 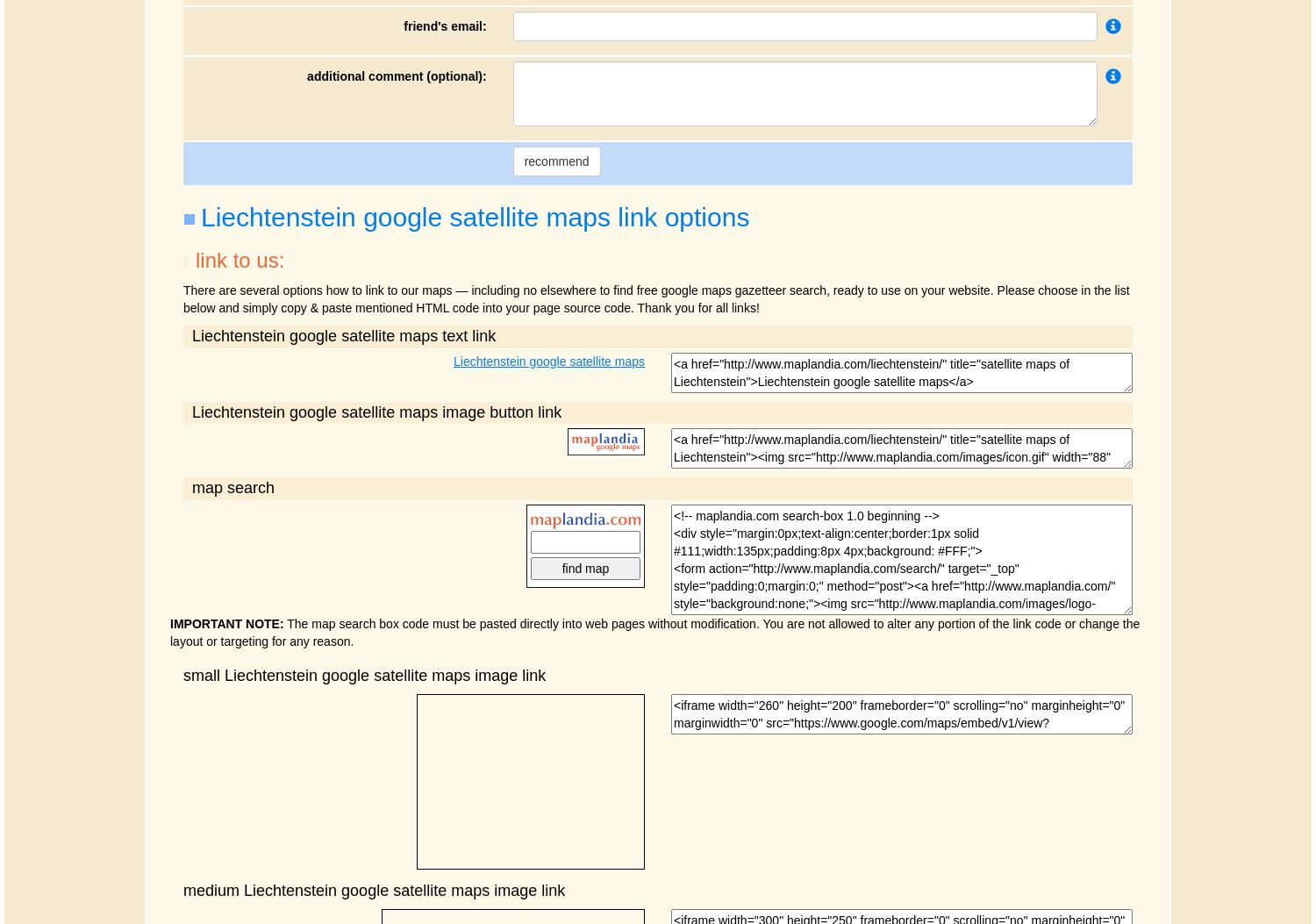 What do you see at coordinates (655, 297) in the screenshot?
I see `'There are several options how to link to our maps — including no elsewhere to find free google maps gazetteer search, ready to use on your website. Please choose in the list below and simply copy & paste mentioned HTML code into your page source code. Thank you for all links!'` at bounding box center [655, 297].